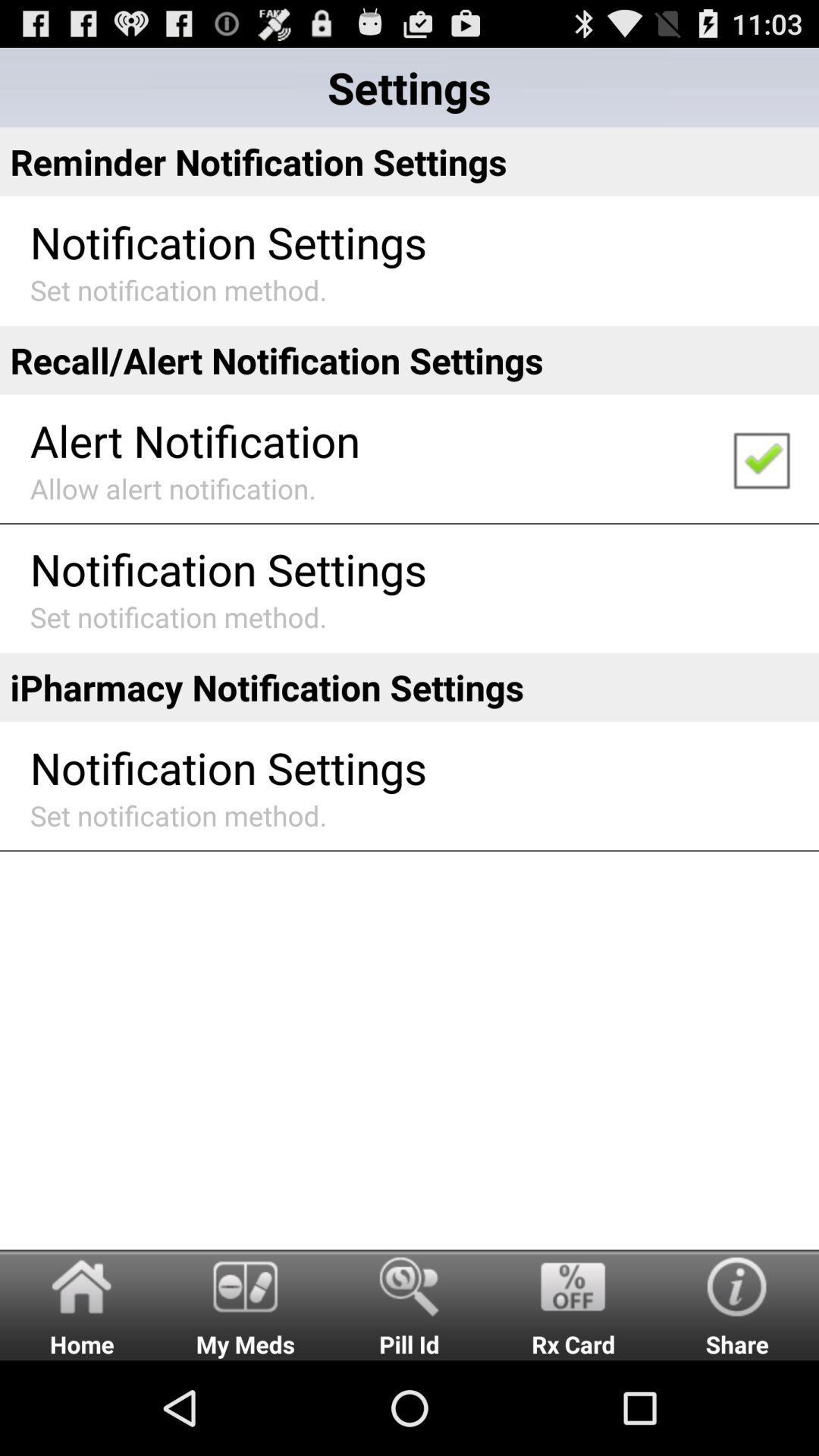 This screenshot has height=1456, width=819. Describe the element at coordinates (82, 1304) in the screenshot. I see `home` at that location.